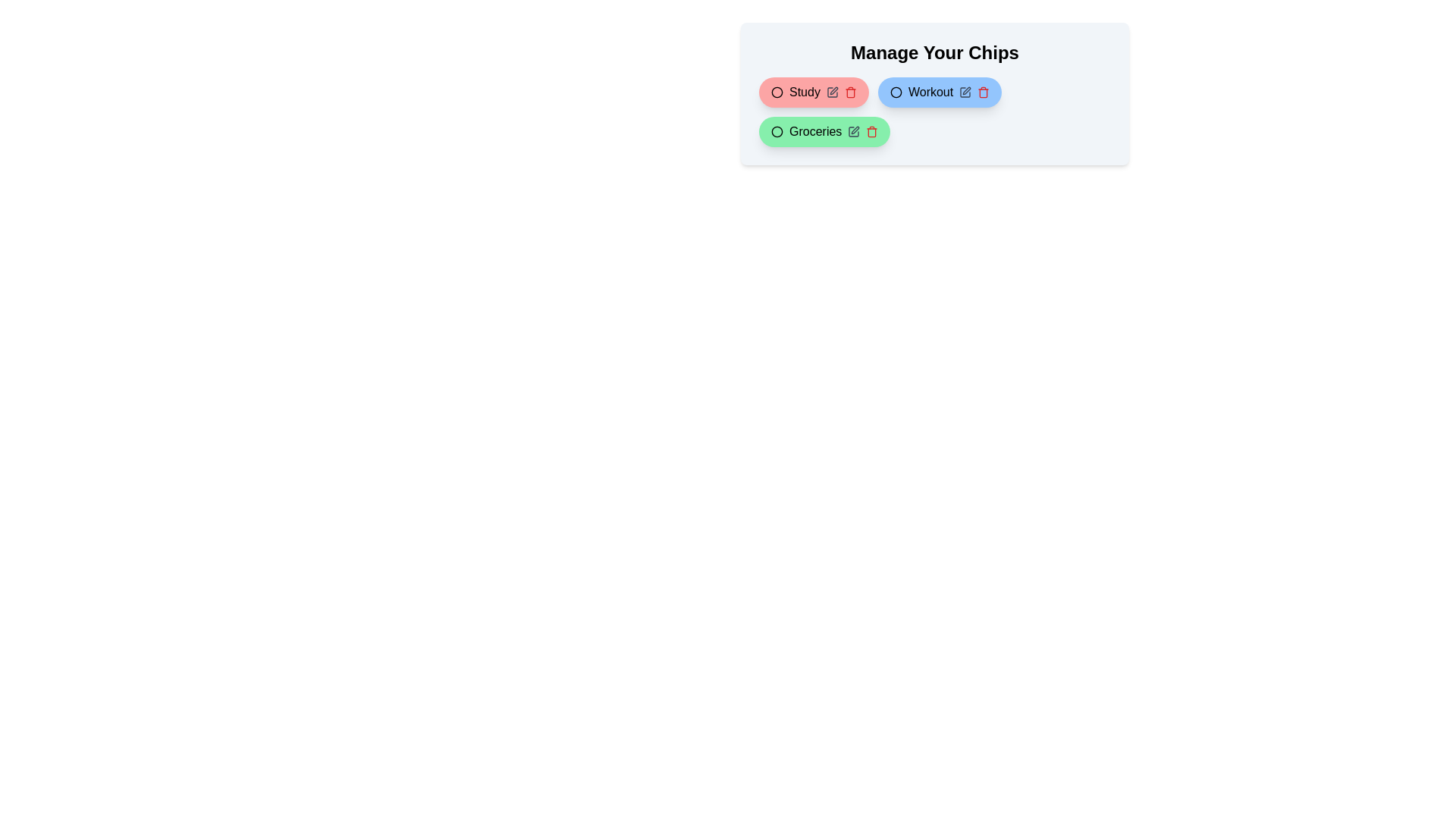 The height and width of the screenshot is (819, 1456). What do you see at coordinates (984, 93) in the screenshot?
I see `delete button for the chip labeled Workout` at bounding box center [984, 93].